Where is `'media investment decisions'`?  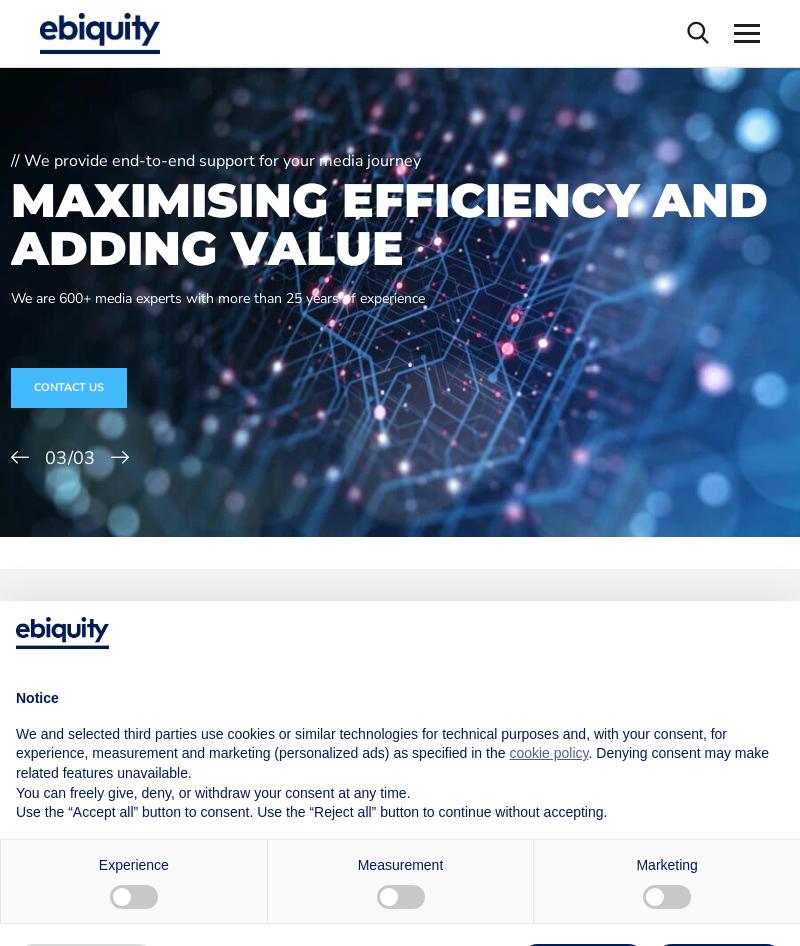
'media investment decisions' is located at coordinates (540, 736).